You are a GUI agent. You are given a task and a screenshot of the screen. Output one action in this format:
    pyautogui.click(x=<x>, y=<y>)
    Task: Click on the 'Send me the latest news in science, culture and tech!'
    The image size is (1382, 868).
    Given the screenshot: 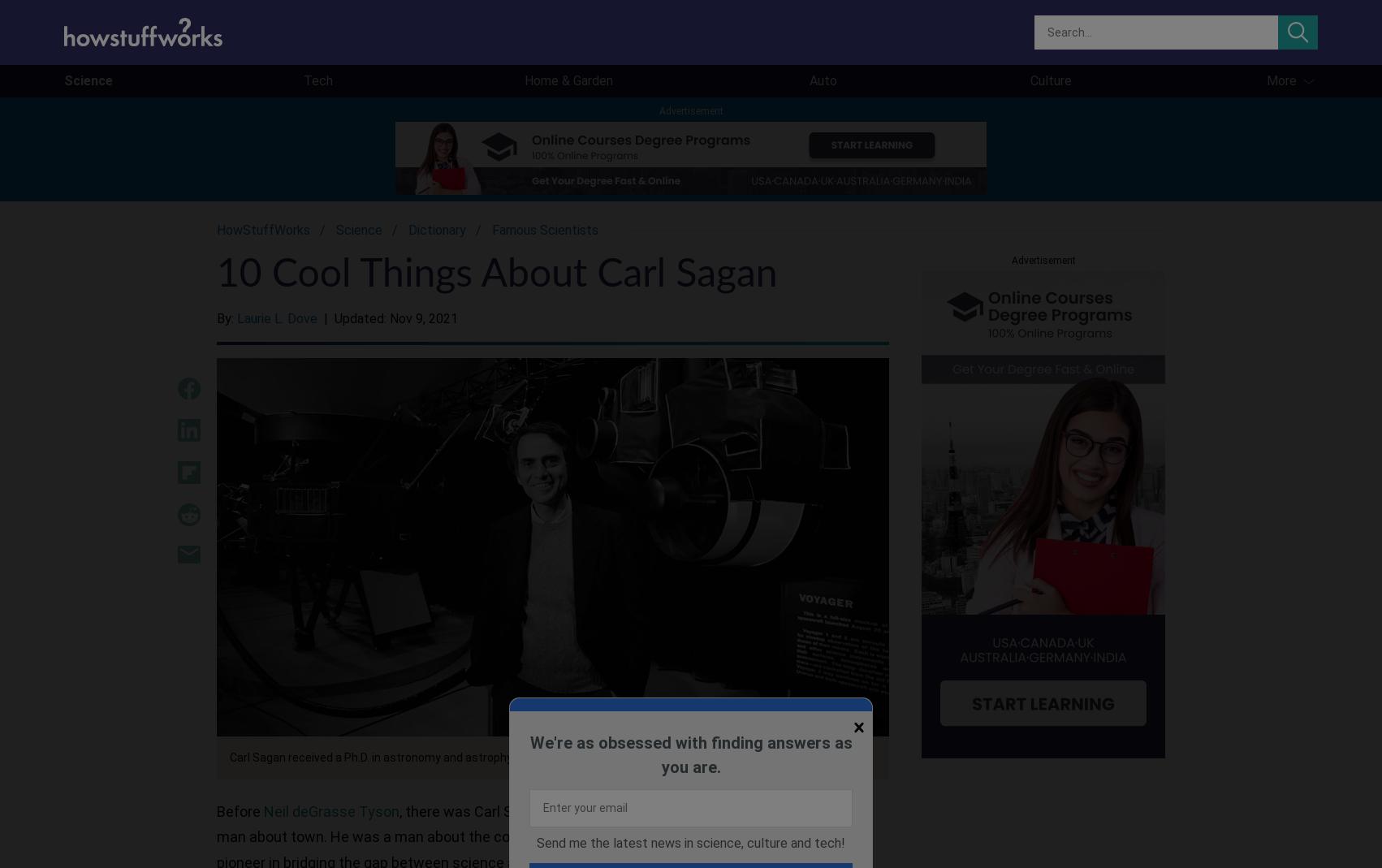 What is the action you would take?
    pyautogui.click(x=691, y=843)
    